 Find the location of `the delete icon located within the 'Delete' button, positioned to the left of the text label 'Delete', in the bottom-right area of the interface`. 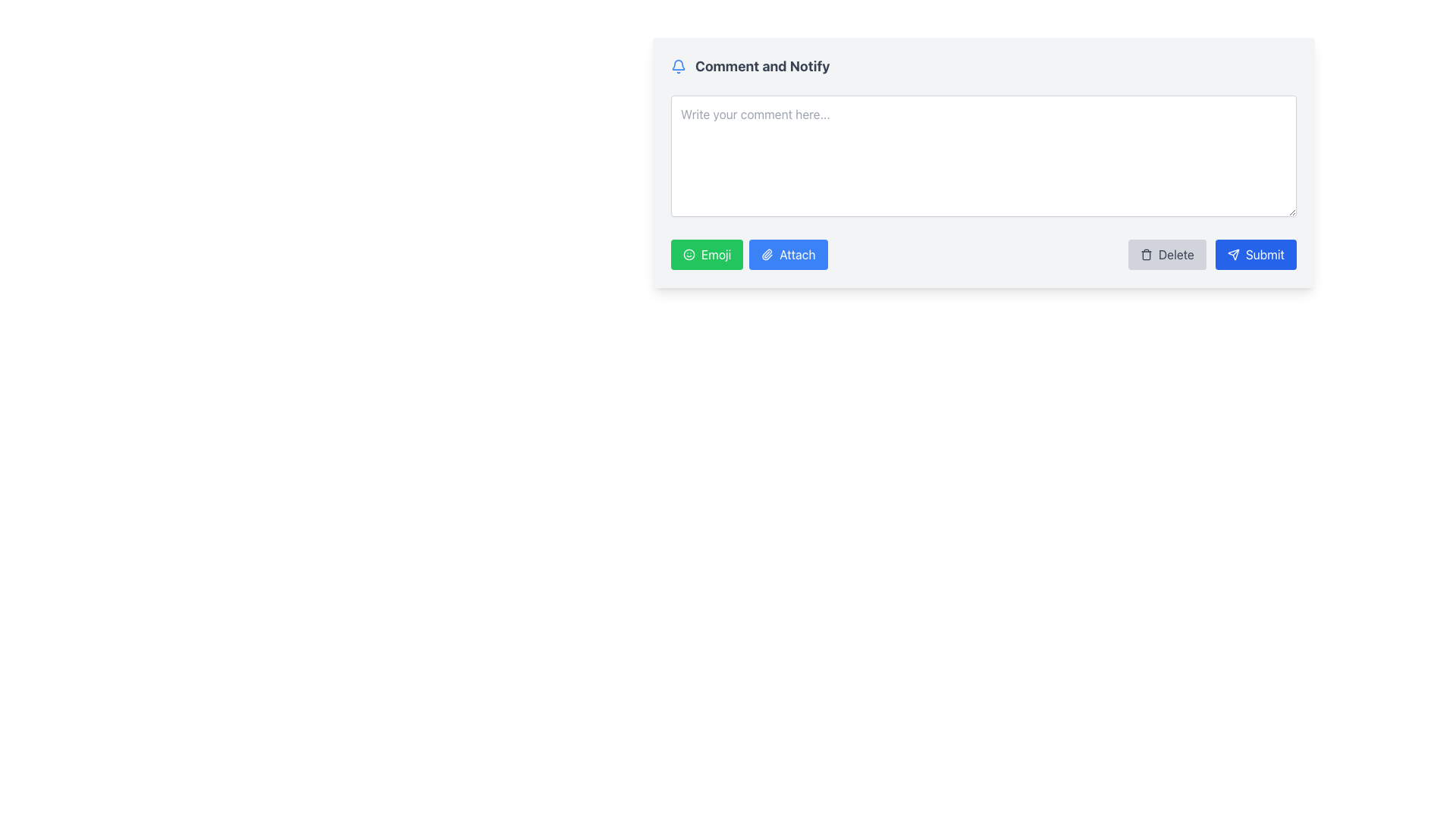

the delete icon located within the 'Delete' button, positioned to the left of the text label 'Delete', in the bottom-right area of the interface is located at coordinates (1147, 253).